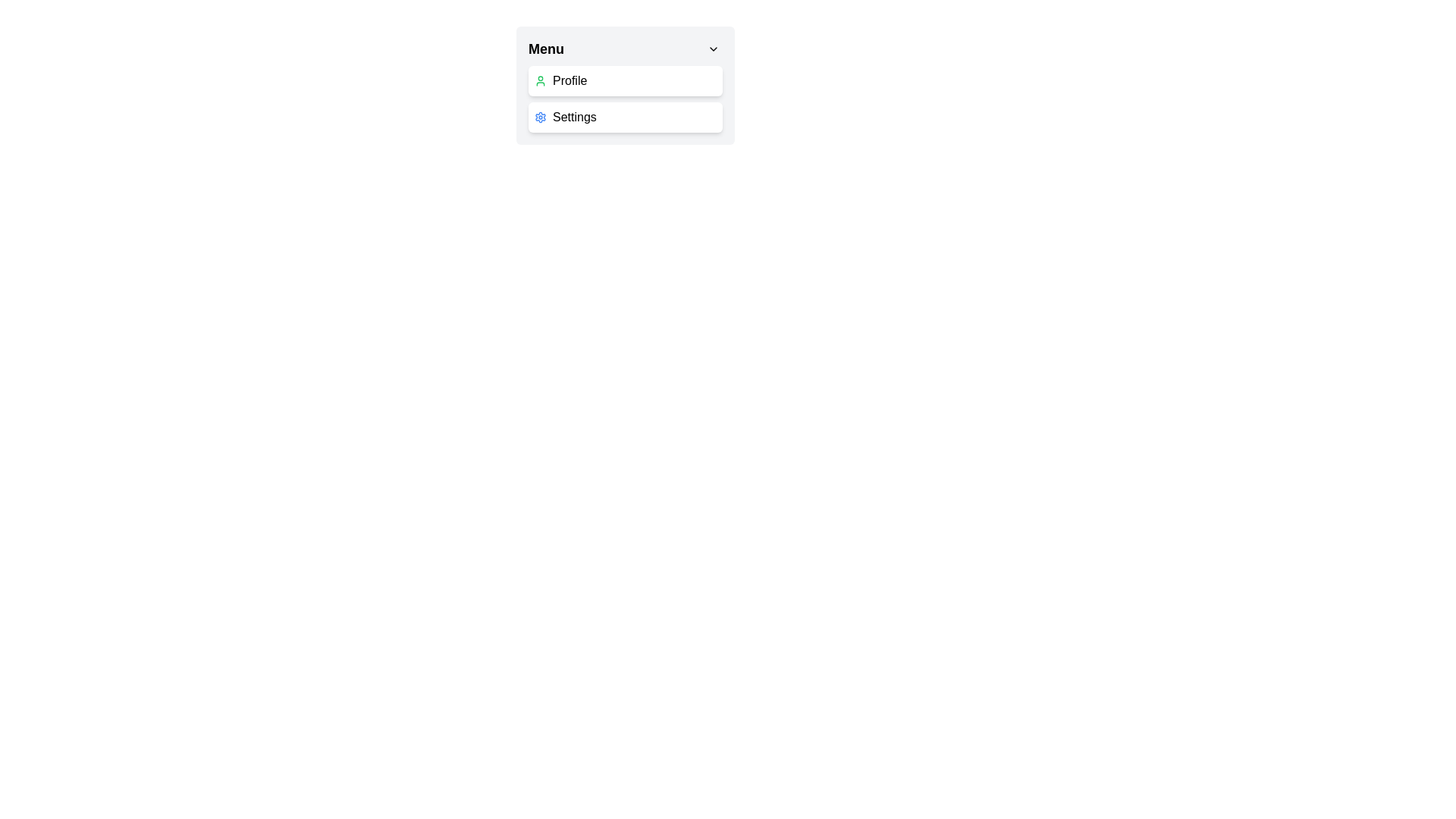  I want to click on the static text label displaying 'Profile', which is positioned directly to the right of a user icon within a rounded rectangle card-like section, so click(569, 81).